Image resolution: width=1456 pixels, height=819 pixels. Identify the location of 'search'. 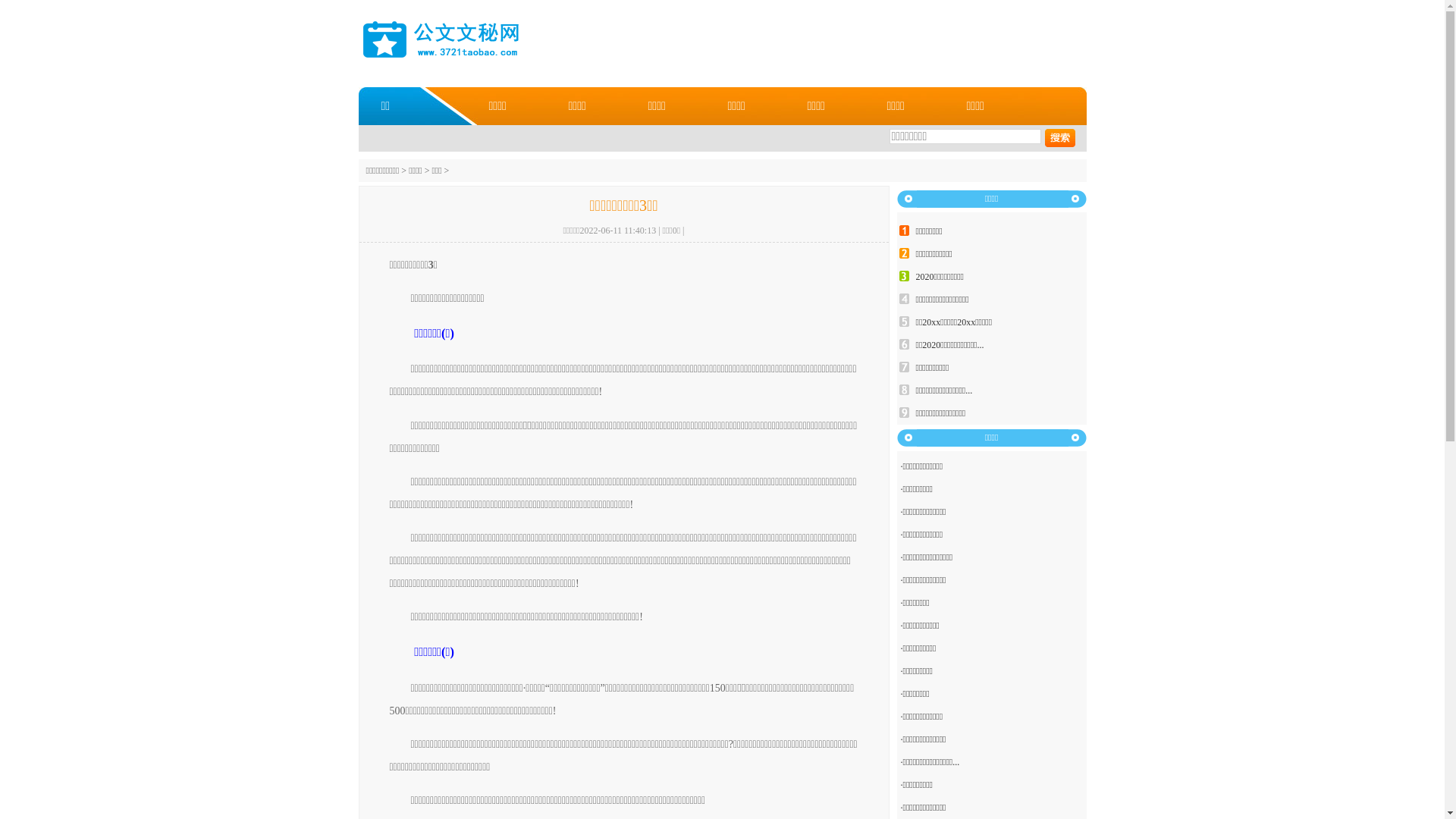
(1043, 137).